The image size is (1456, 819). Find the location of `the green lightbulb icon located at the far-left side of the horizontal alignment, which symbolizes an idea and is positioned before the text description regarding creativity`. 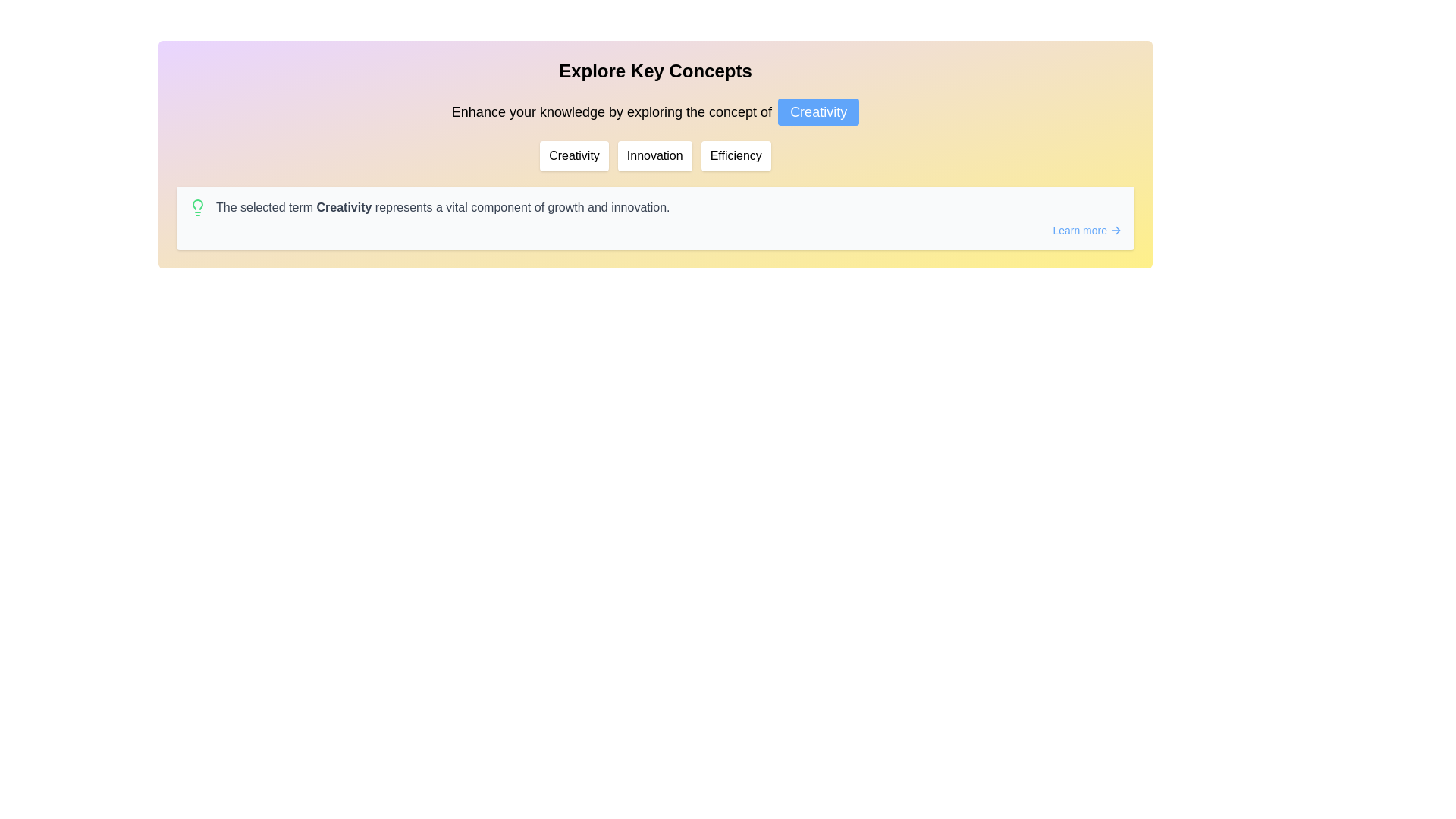

the green lightbulb icon located at the far-left side of the horizontal alignment, which symbolizes an idea and is positioned before the text description regarding creativity is located at coordinates (196, 207).